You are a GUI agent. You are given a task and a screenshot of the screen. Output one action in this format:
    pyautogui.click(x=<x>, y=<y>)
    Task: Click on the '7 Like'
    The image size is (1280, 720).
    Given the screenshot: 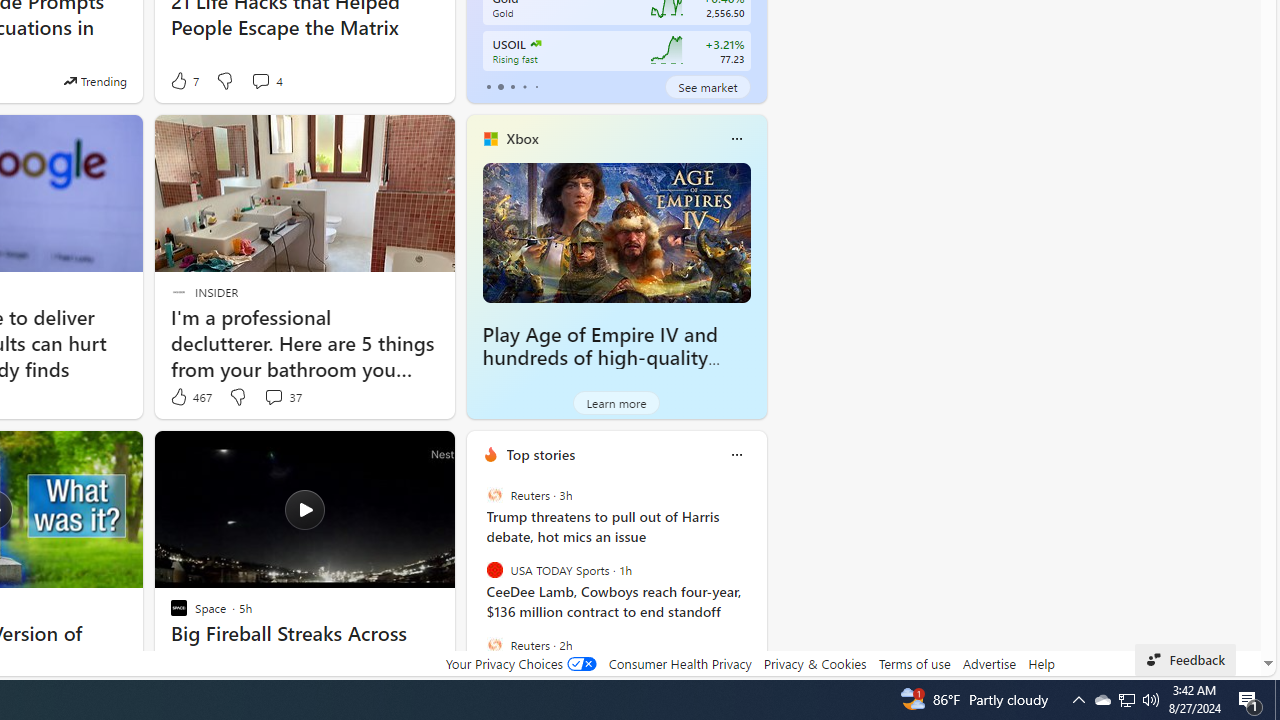 What is the action you would take?
    pyautogui.click(x=183, y=80)
    